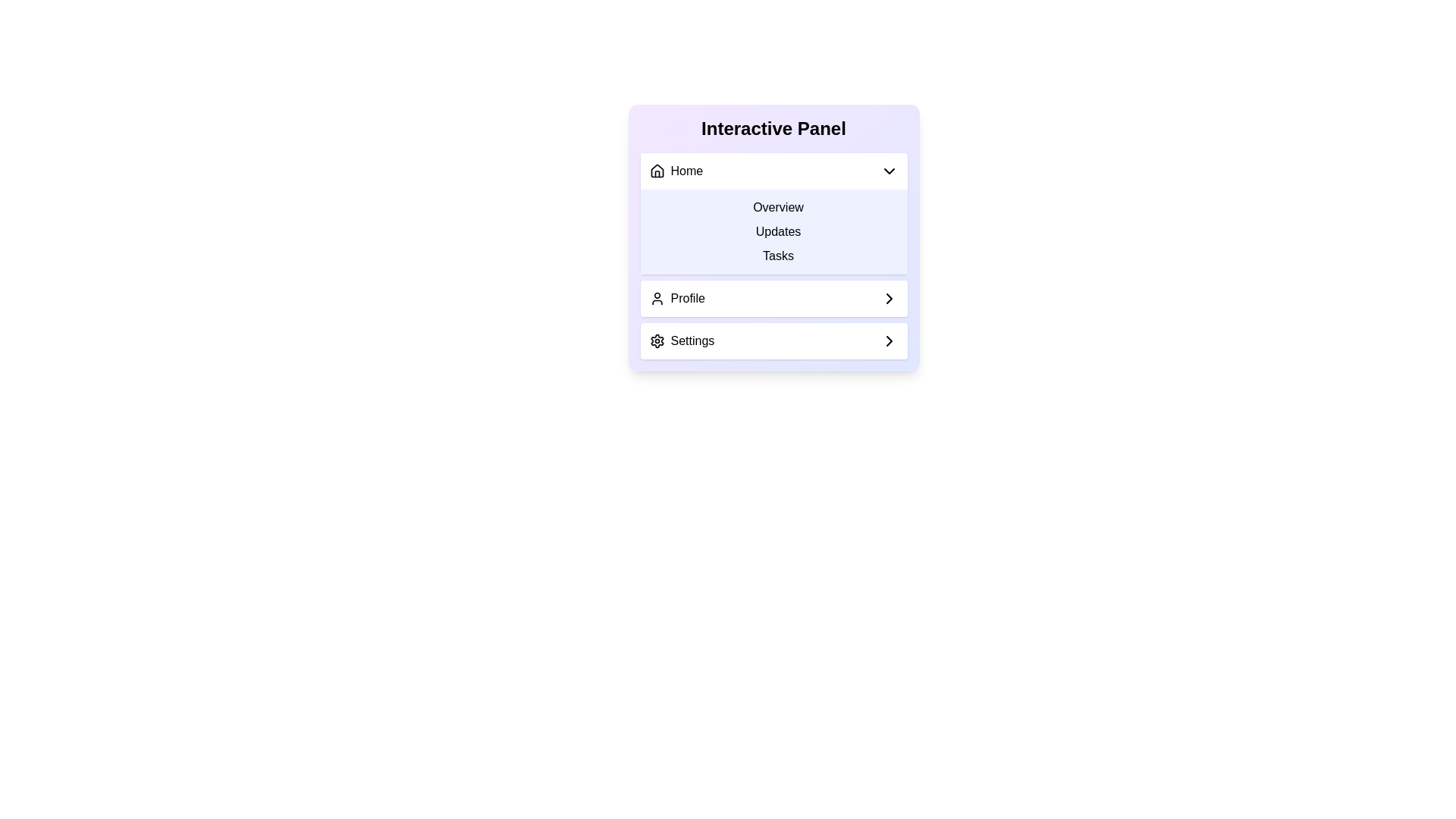 This screenshot has width=1456, height=819. What do you see at coordinates (778, 256) in the screenshot?
I see `the 'Tasks' text label, which is the third option in a list of three items used for navigation to the Tasks section` at bounding box center [778, 256].